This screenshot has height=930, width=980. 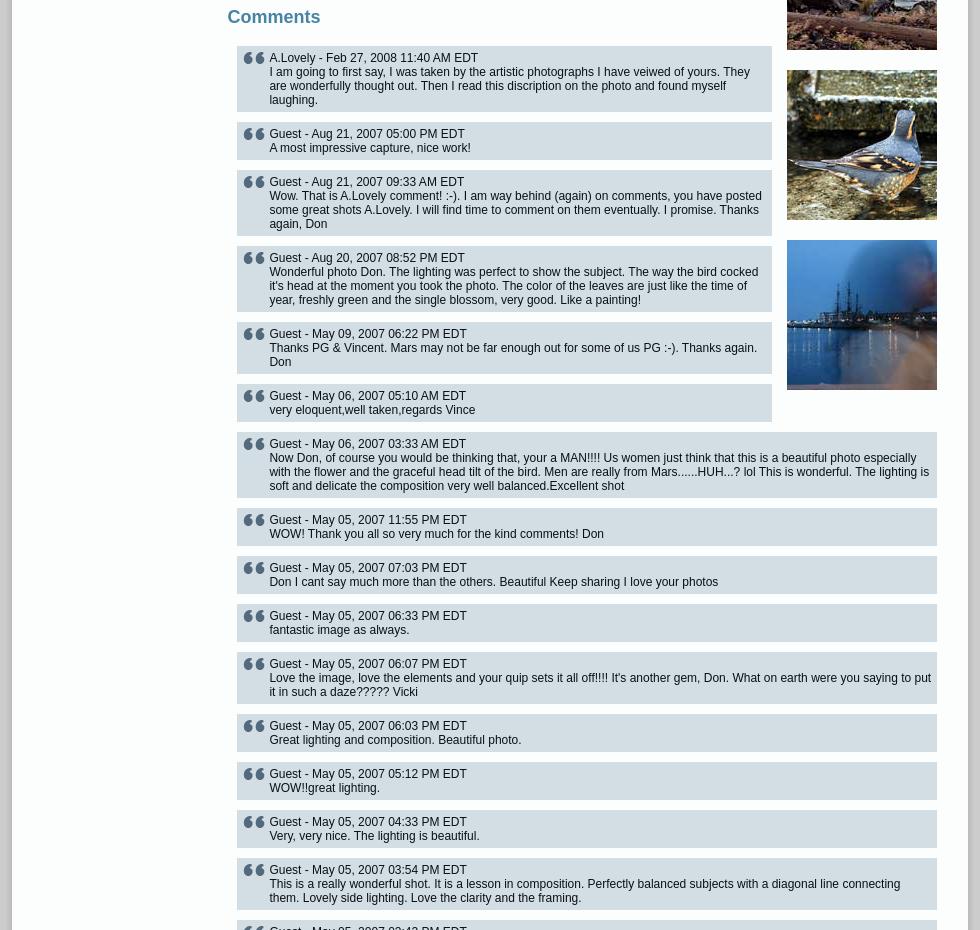 What do you see at coordinates (395, 740) in the screenshot?
I see `'Great lighting and composition.  Beautiful photo.'` at bounding box center [395, 740].